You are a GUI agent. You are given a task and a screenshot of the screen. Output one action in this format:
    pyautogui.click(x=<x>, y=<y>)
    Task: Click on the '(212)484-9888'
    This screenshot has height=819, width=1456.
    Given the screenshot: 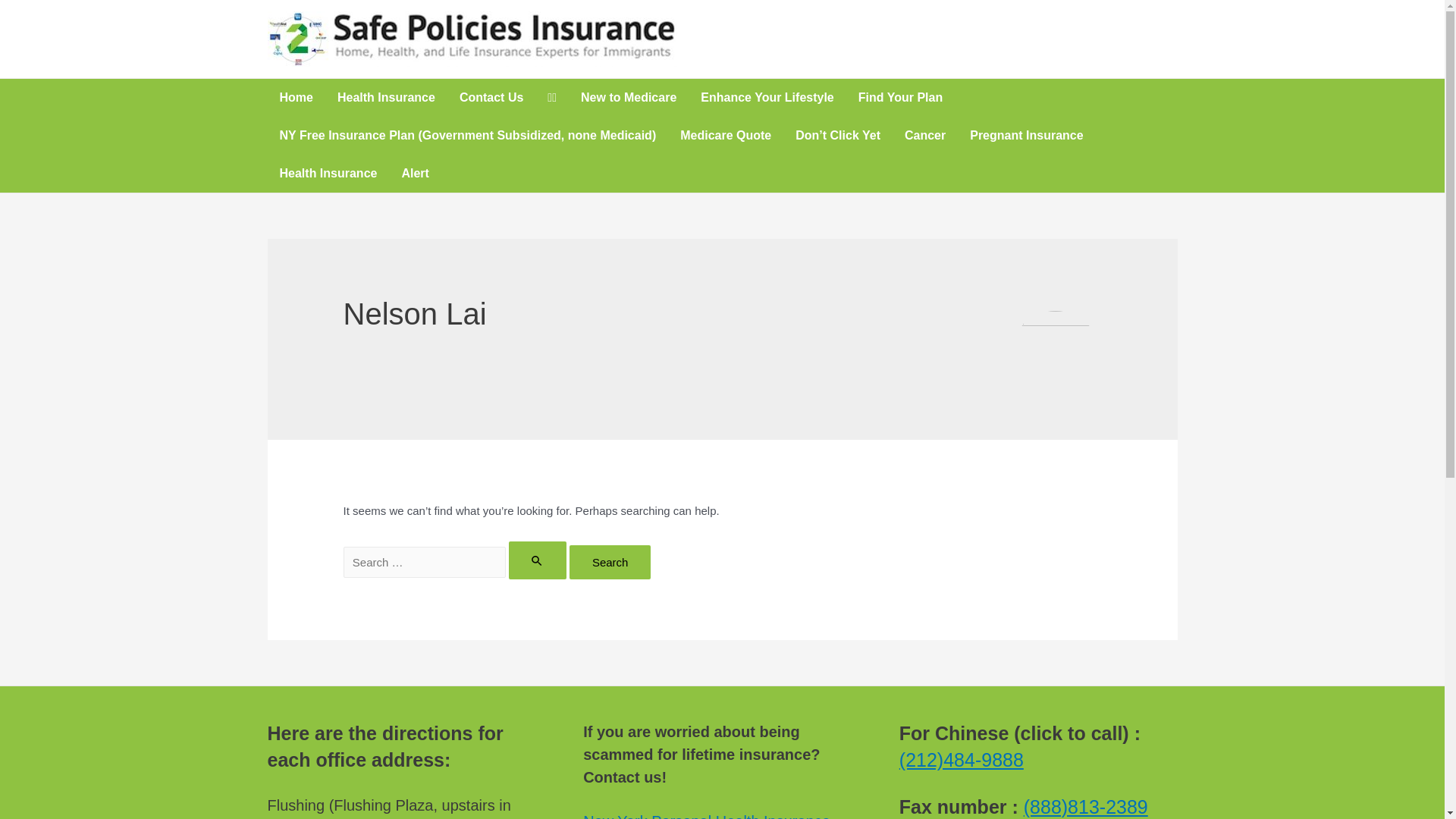 What is the action you would take?
    pyautogui.click(x=960, y=760)
    